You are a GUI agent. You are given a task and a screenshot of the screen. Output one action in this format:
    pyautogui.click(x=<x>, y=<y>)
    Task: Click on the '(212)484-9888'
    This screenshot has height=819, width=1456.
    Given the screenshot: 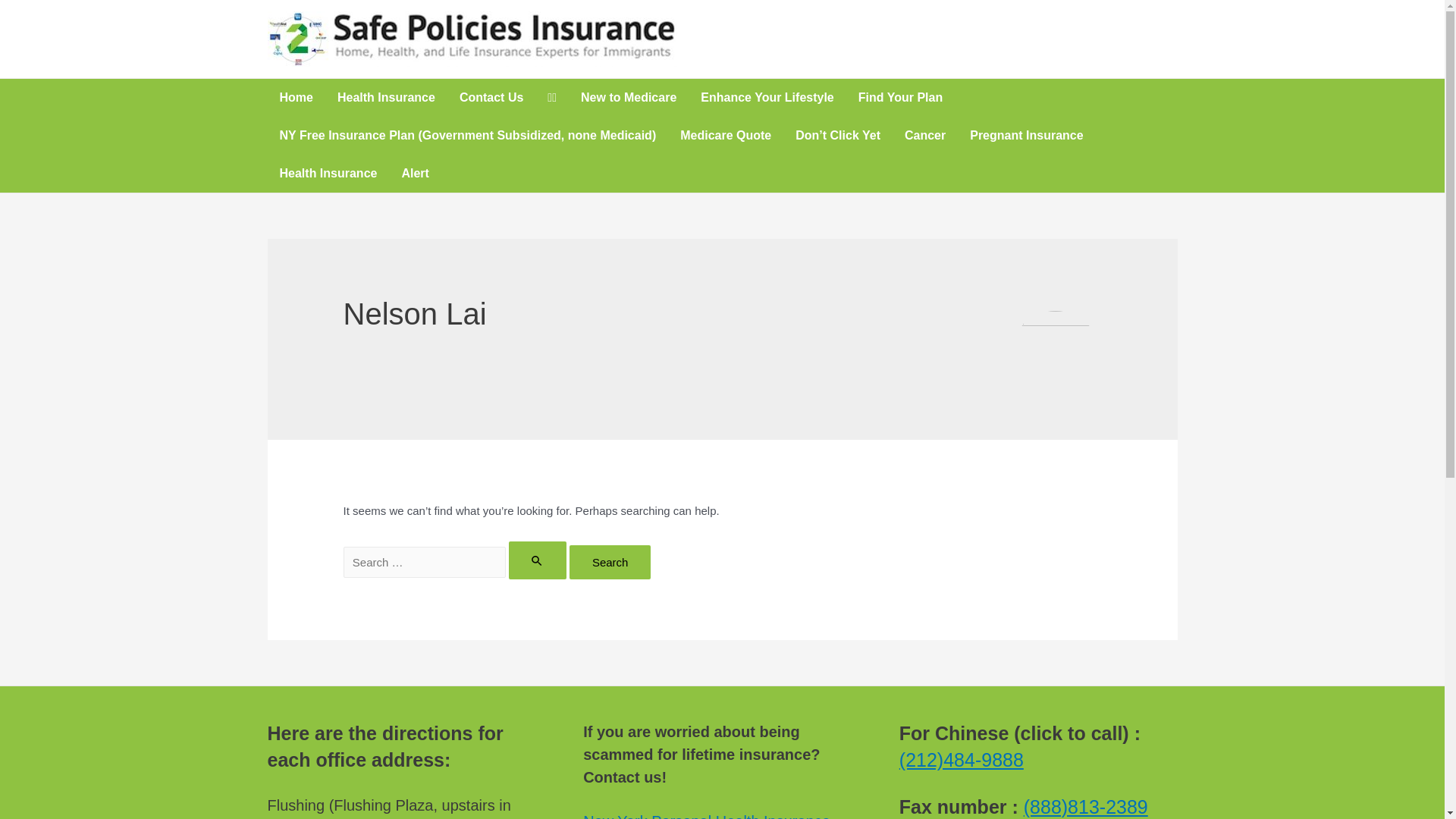 What is the action you would take?
    pyautogui.click(x=960, y=760)
    